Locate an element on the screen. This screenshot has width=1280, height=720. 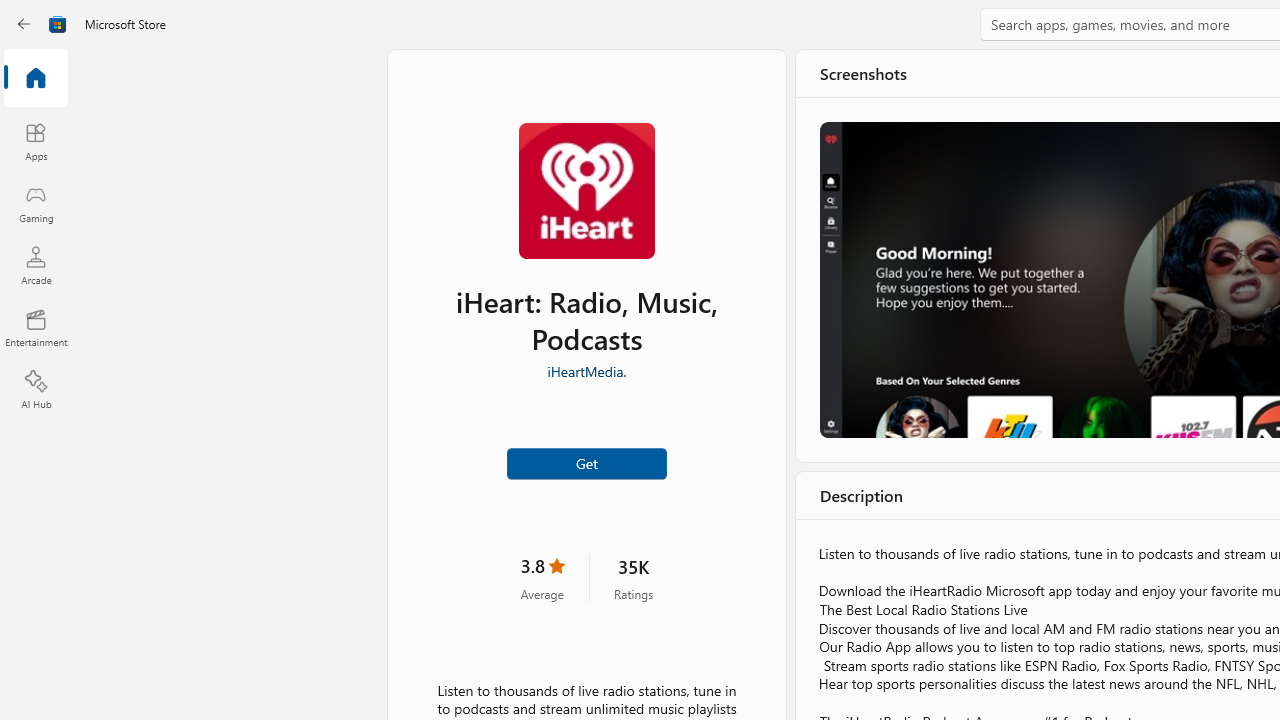
'Get' is located at coordinates (585, 463).